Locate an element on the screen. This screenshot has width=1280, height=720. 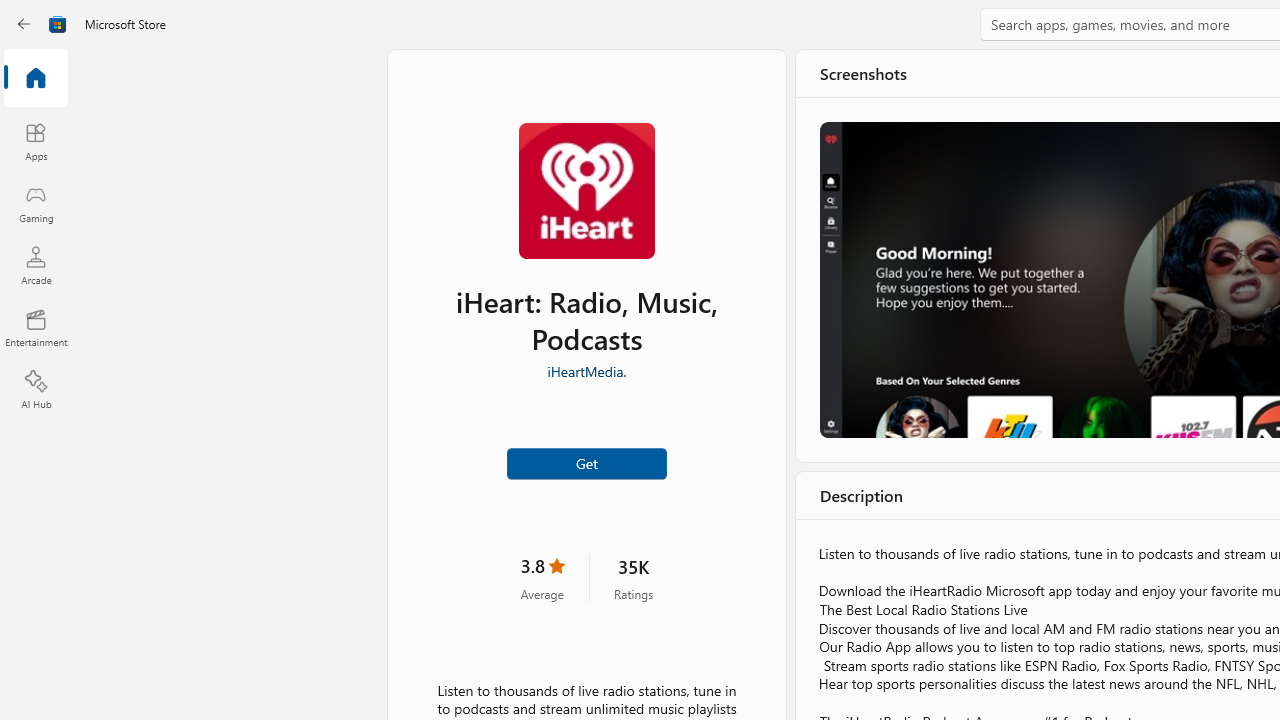
'Get' is located at coordinates (585, 463).